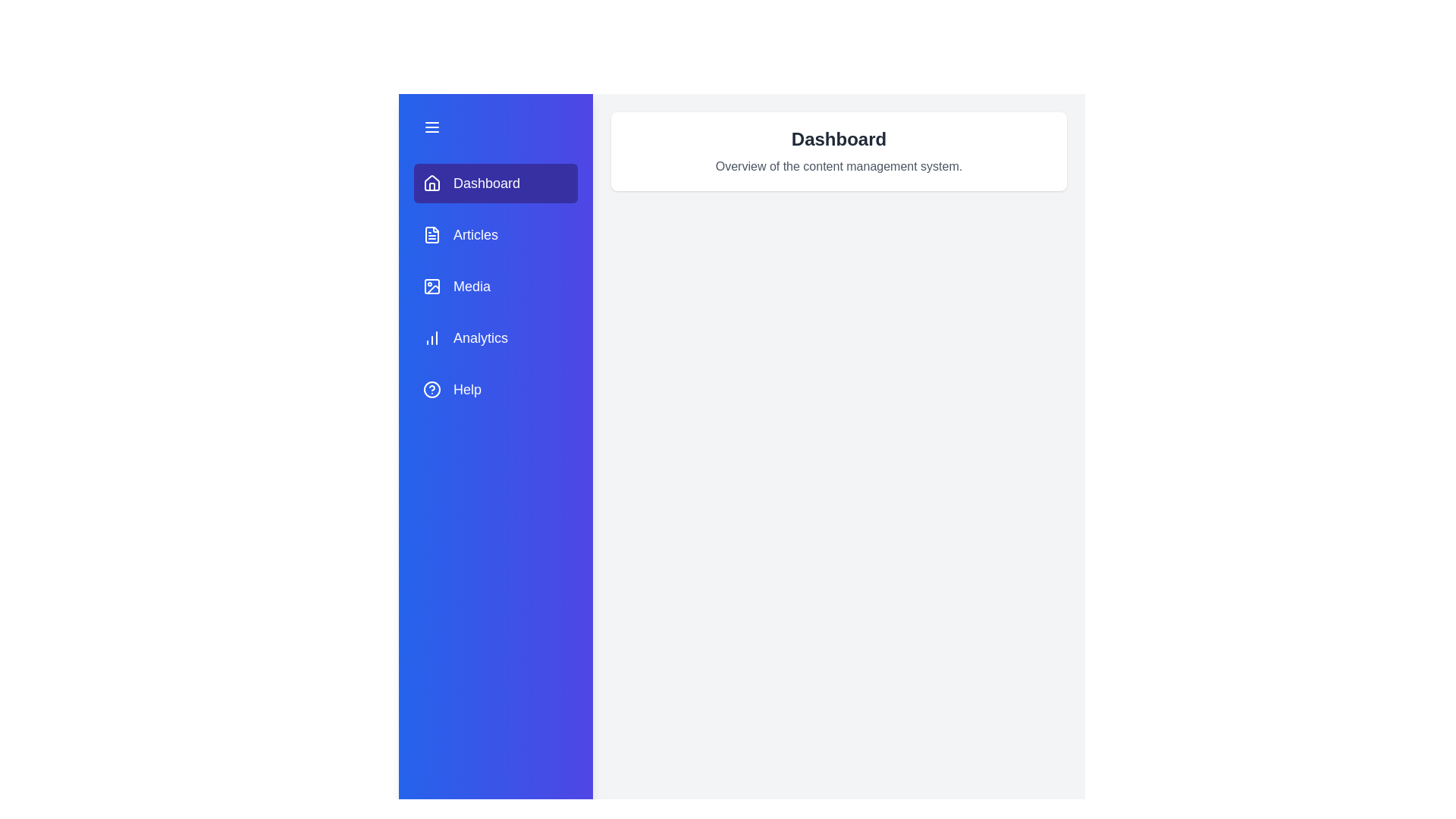  Describe the element at coordinates (495, 337) in the screenshot. I see `the tab labeled Analytics to highlight it` at that location.